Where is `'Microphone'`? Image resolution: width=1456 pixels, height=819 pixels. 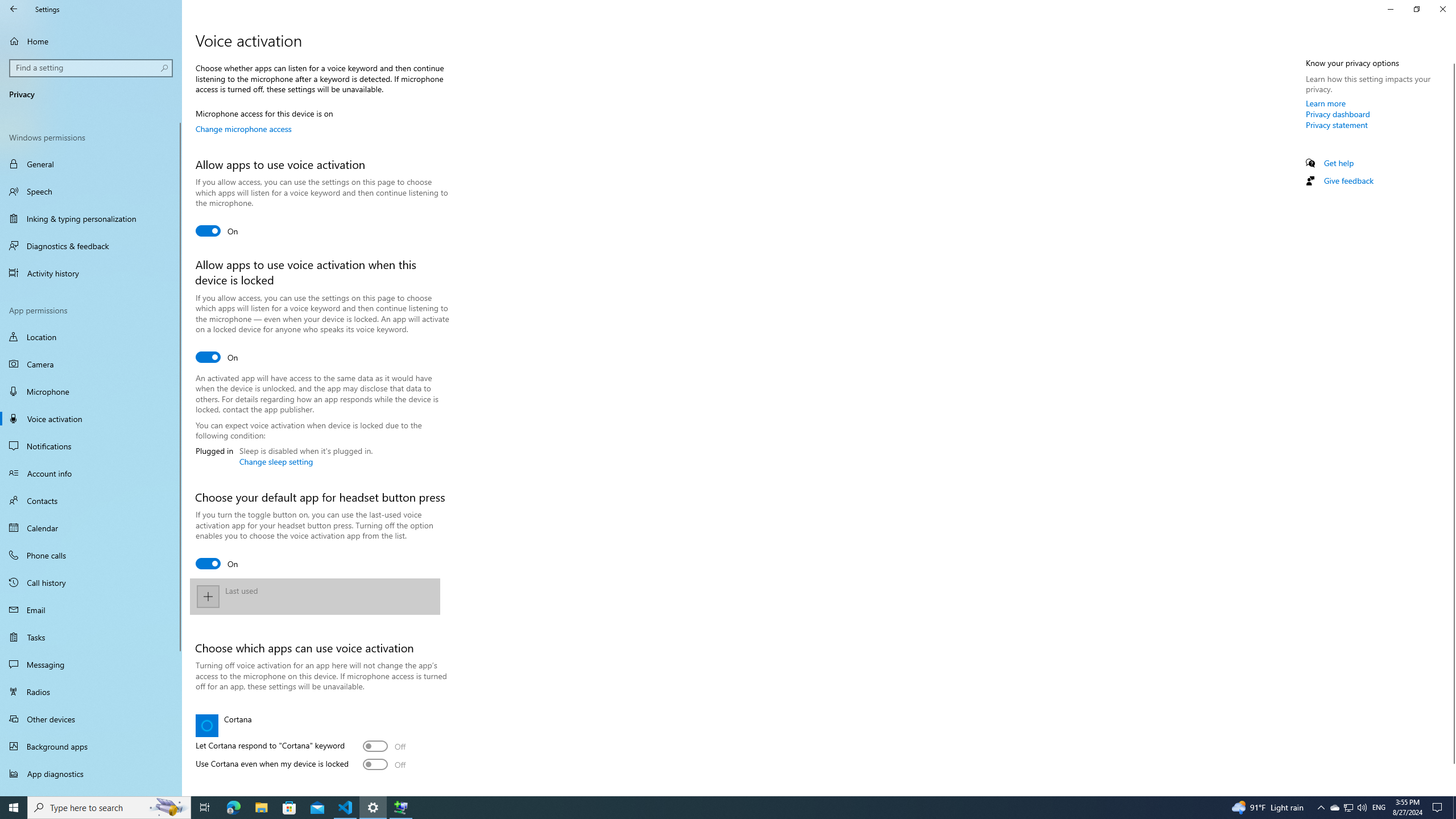
'Microphone' is located at coordinates (90, 390).